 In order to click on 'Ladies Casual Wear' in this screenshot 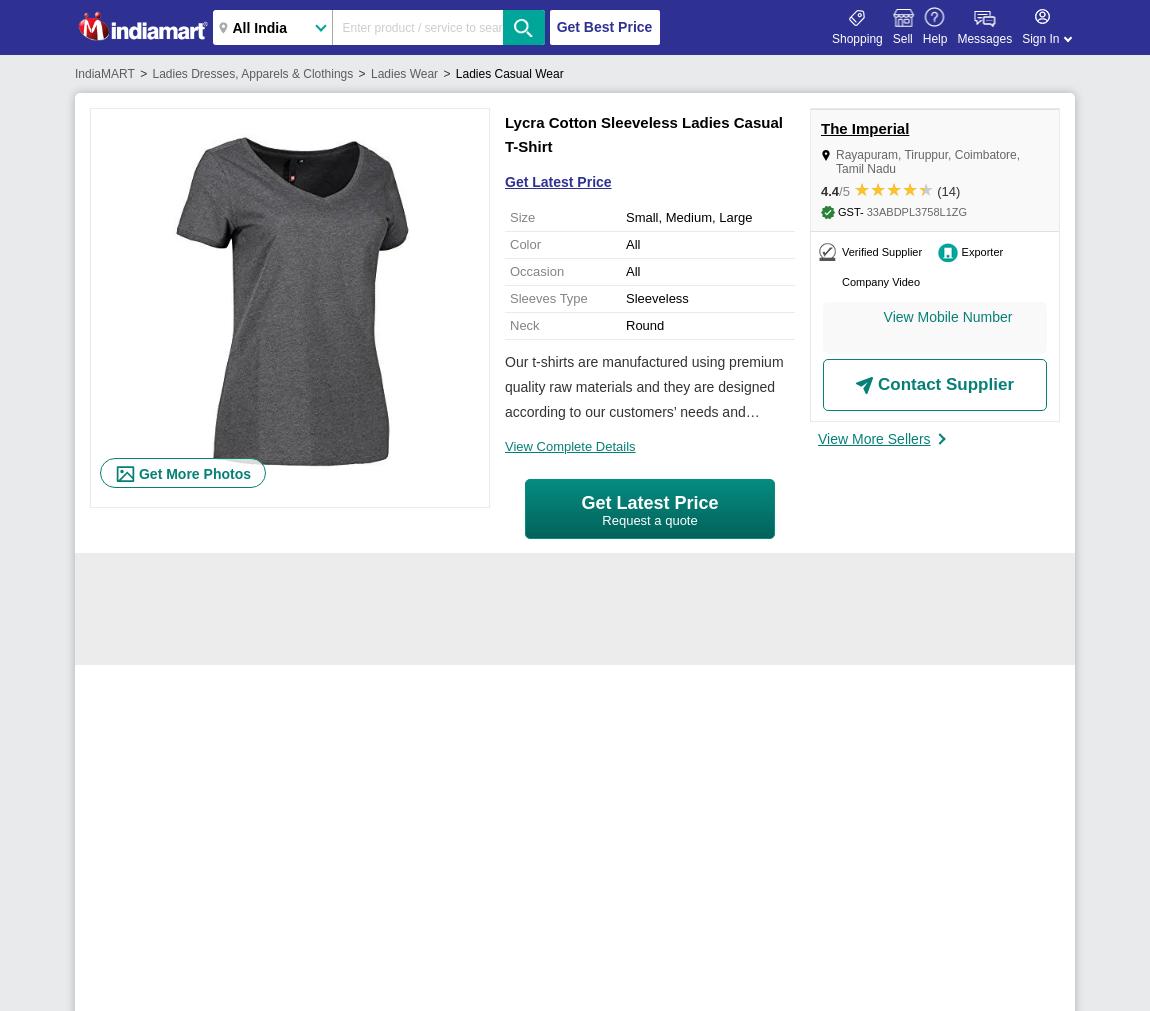, I will do `click(455, 73)`.